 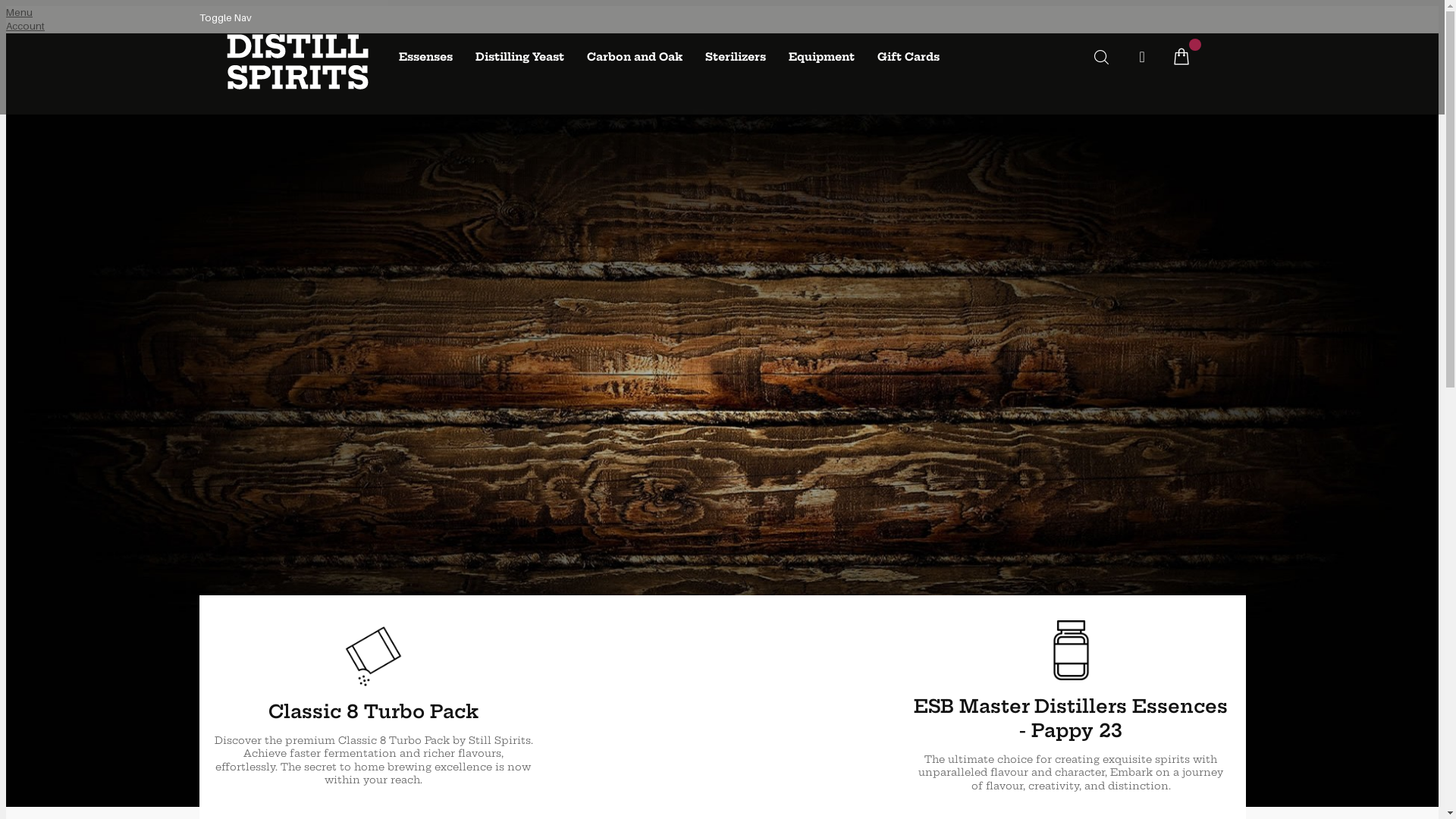 What do you see at coordinates (866, 56) in the screenshot?
I see `'Gift Cards'` at bounding box center [866, 56].